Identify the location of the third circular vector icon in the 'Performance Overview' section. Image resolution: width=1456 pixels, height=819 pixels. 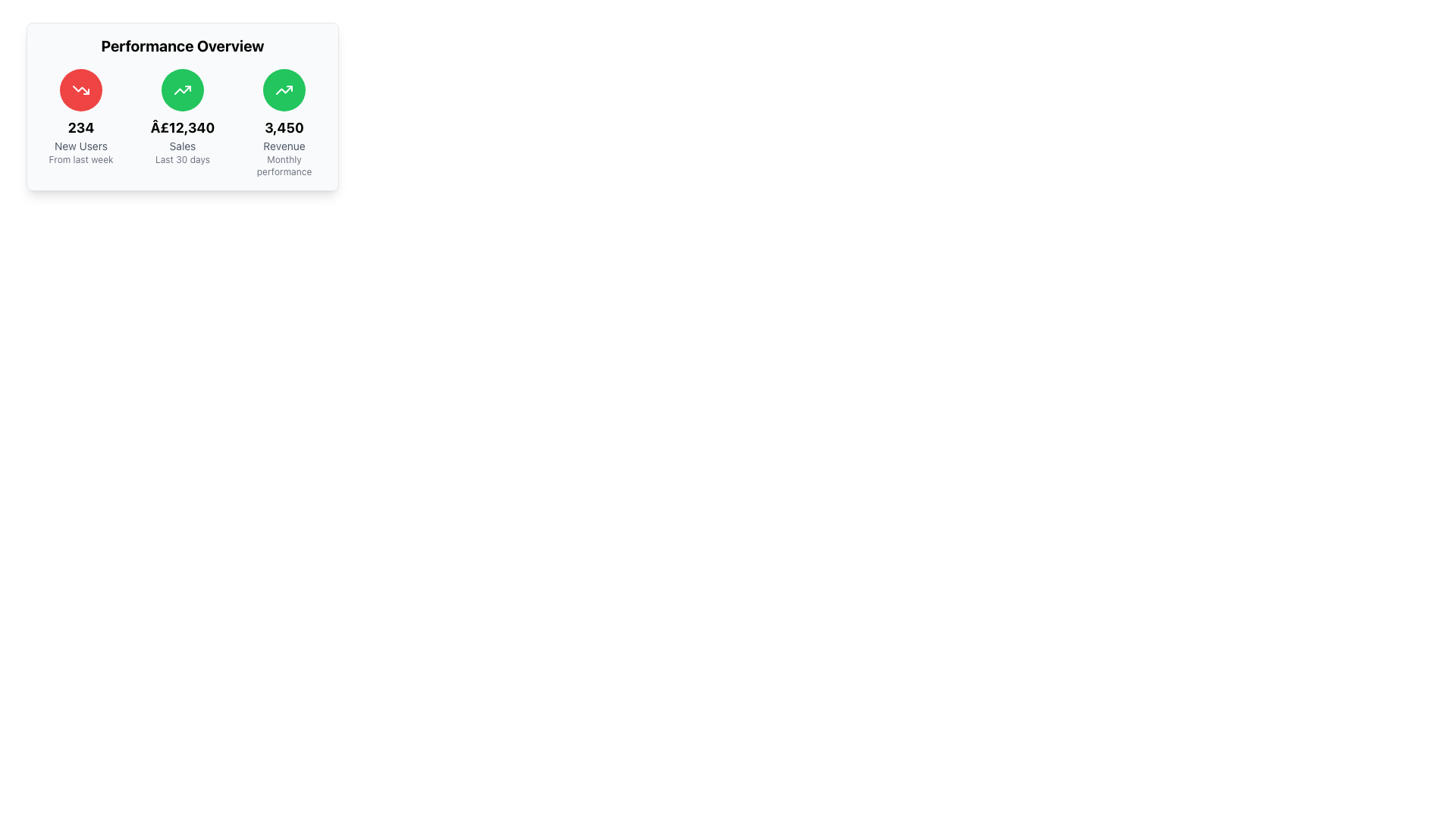
(284, 90).